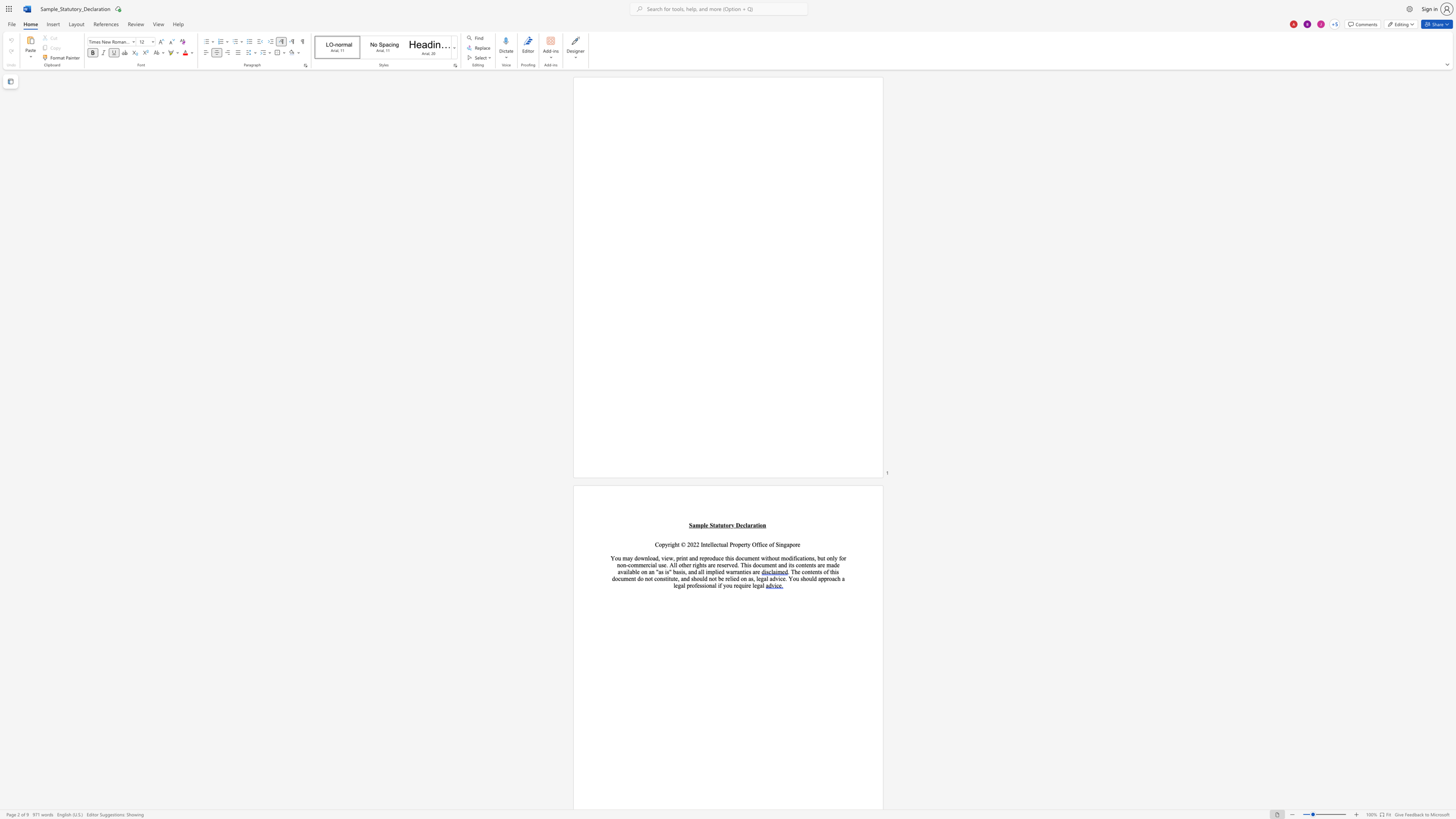  Describe the element at coordinates (796, 544) in the screenshot. I see `the 4th character "r" in the text` at that location.